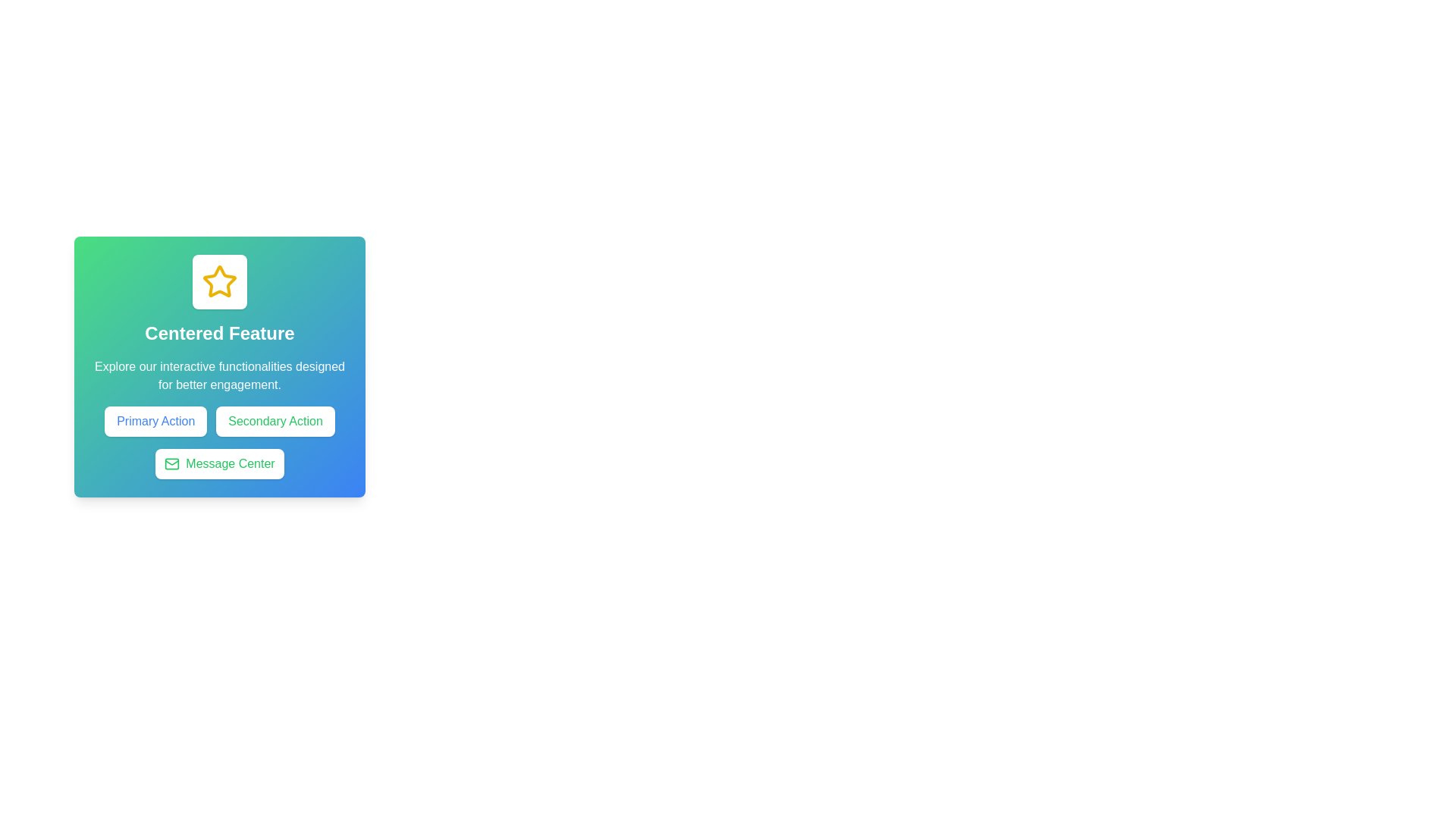  I want to click on the text label displaying 'Centered Feature' with white bold font on a gradient background from green to blue, located in the center beneath a star icon, so click(218, 332).